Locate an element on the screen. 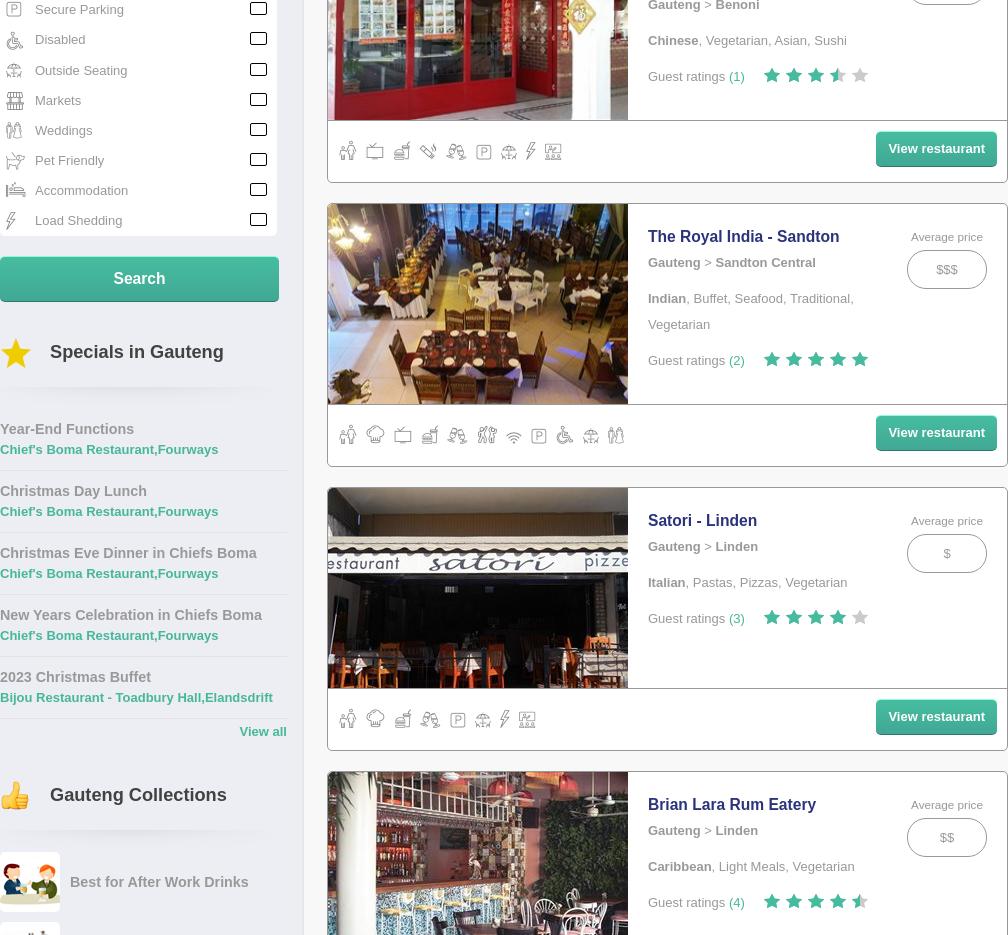 The width and height of the screenshot is (1008, 935). 'Accommodation' is located at coordinates (81, 189).